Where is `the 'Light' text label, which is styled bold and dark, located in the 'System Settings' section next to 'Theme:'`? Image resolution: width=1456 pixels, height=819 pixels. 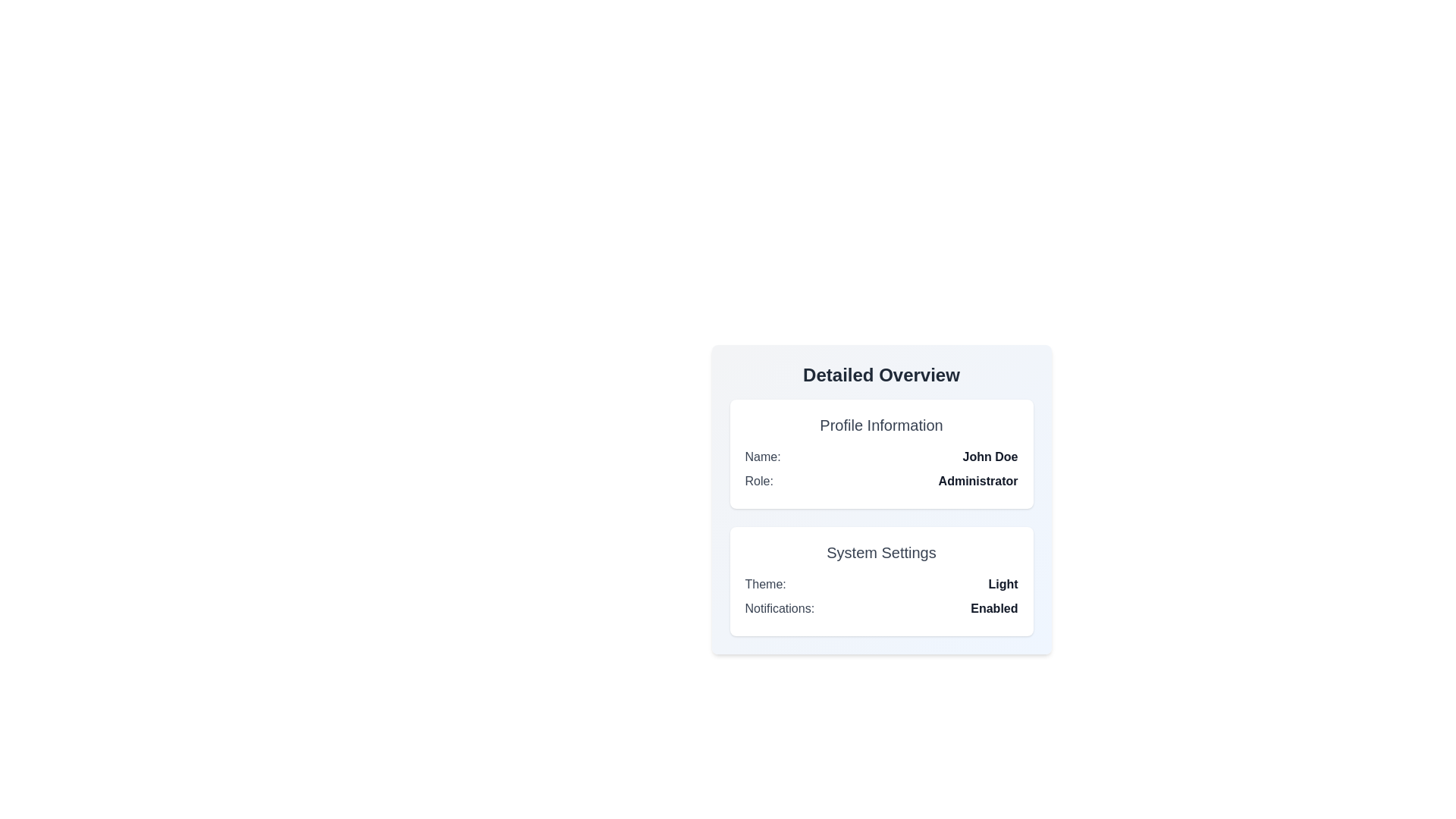 the 'Light' text label, which is styled bold and dark, located in the 'System Settings' section next to 'Theme:' is located at coordinates (1003, 584).